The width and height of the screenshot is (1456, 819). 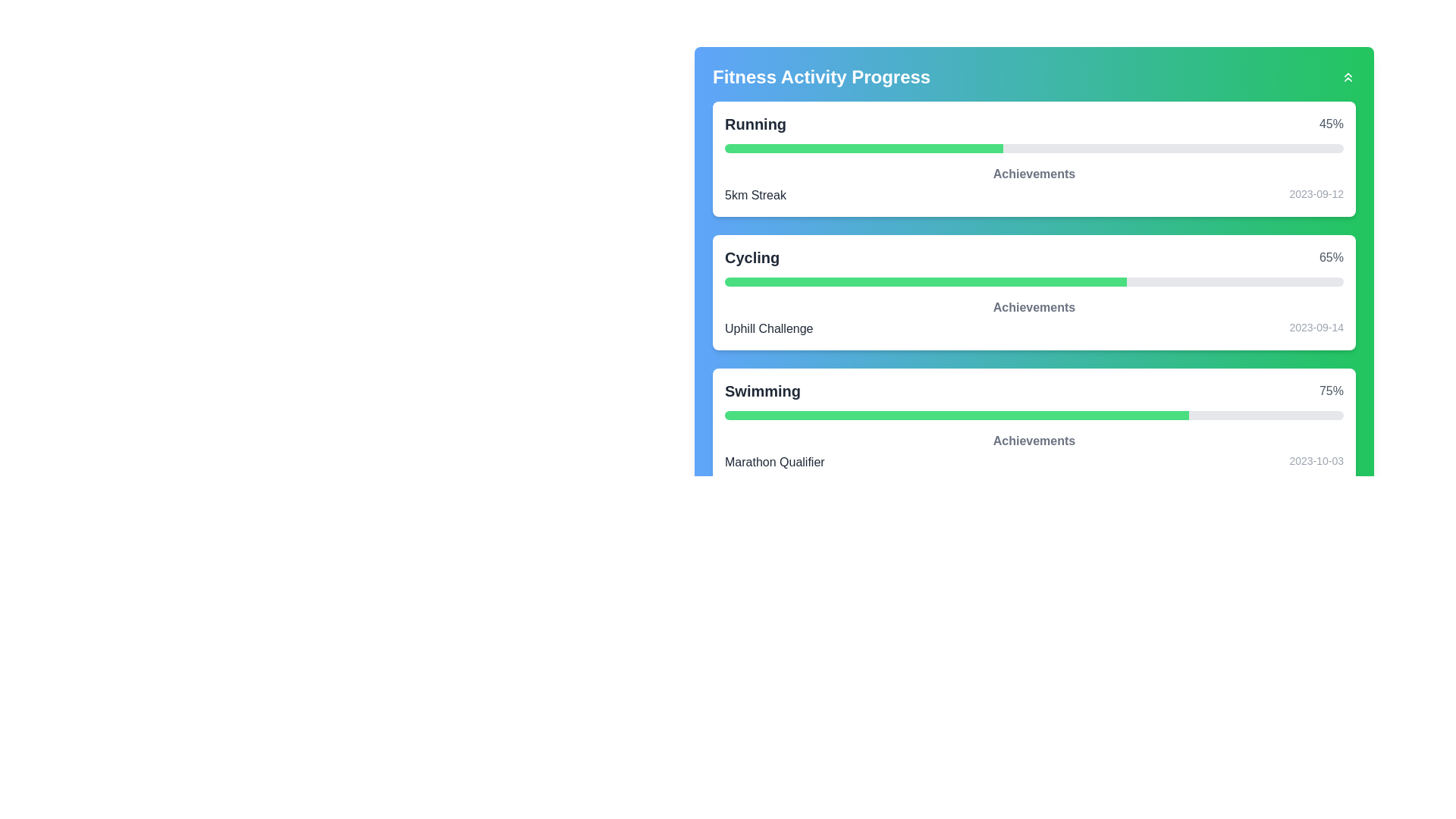 What do you see at coordinates (1033, 292) in the screenshot?
I see `the progress tracker for the fitness activity labeled 'Cycling'` at bounding box center [1033, 292].